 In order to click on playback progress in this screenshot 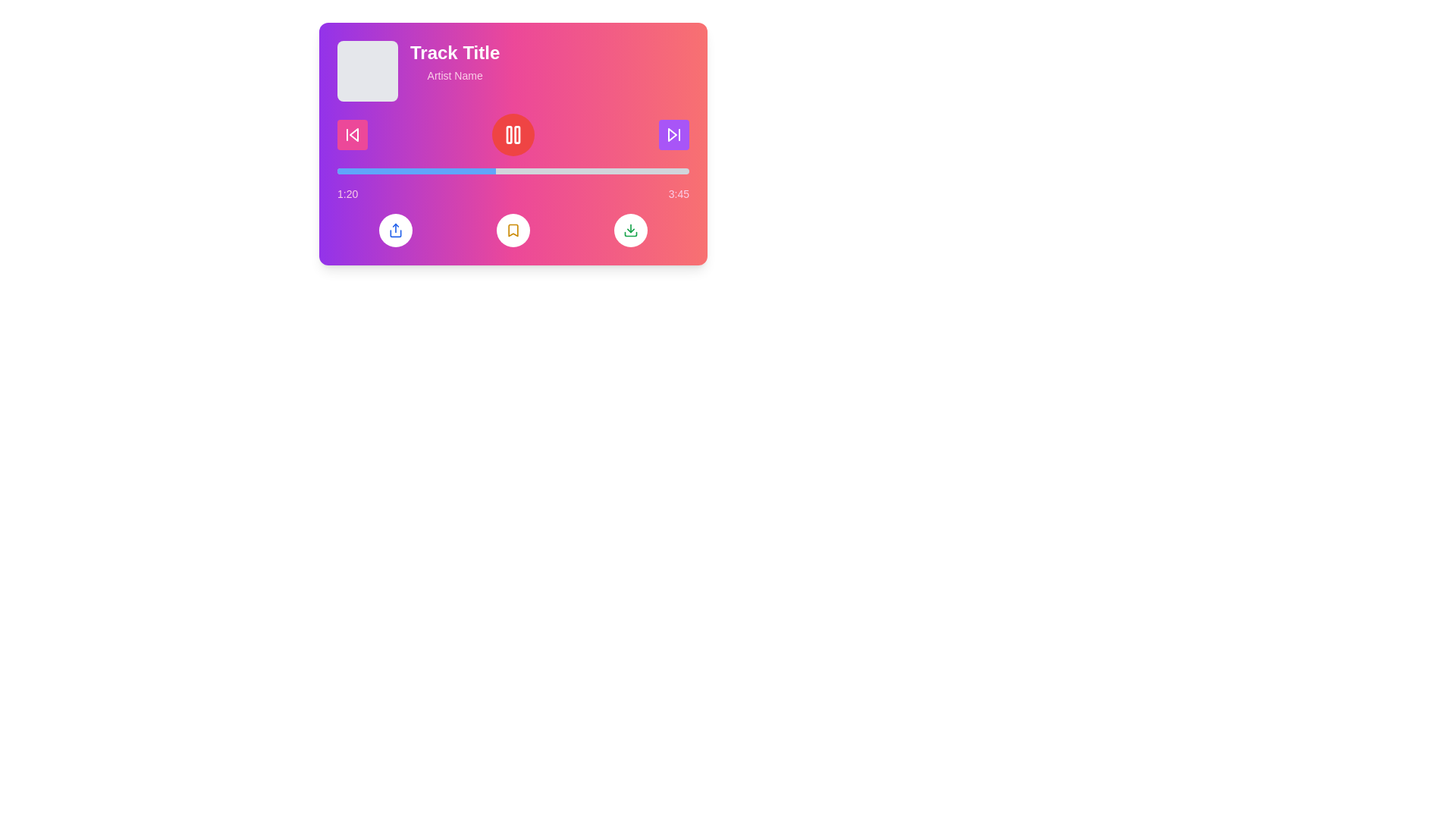, I will do `click(416, 171)`.